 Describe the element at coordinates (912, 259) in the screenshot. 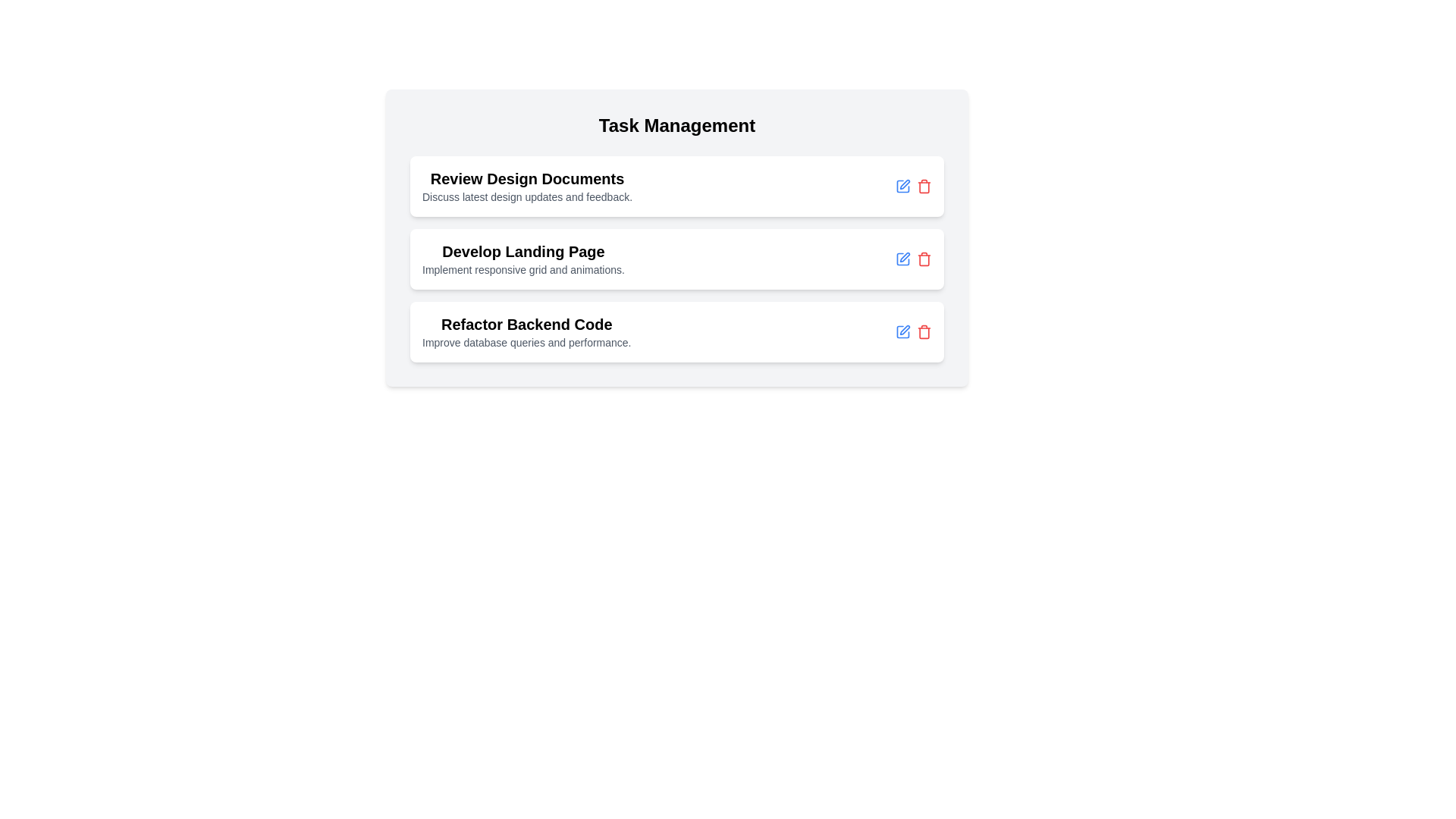

I see `the left blue icon in the button group located in the third task item section labeled 'Develop Landing Page' to enter edit mode` at that location.